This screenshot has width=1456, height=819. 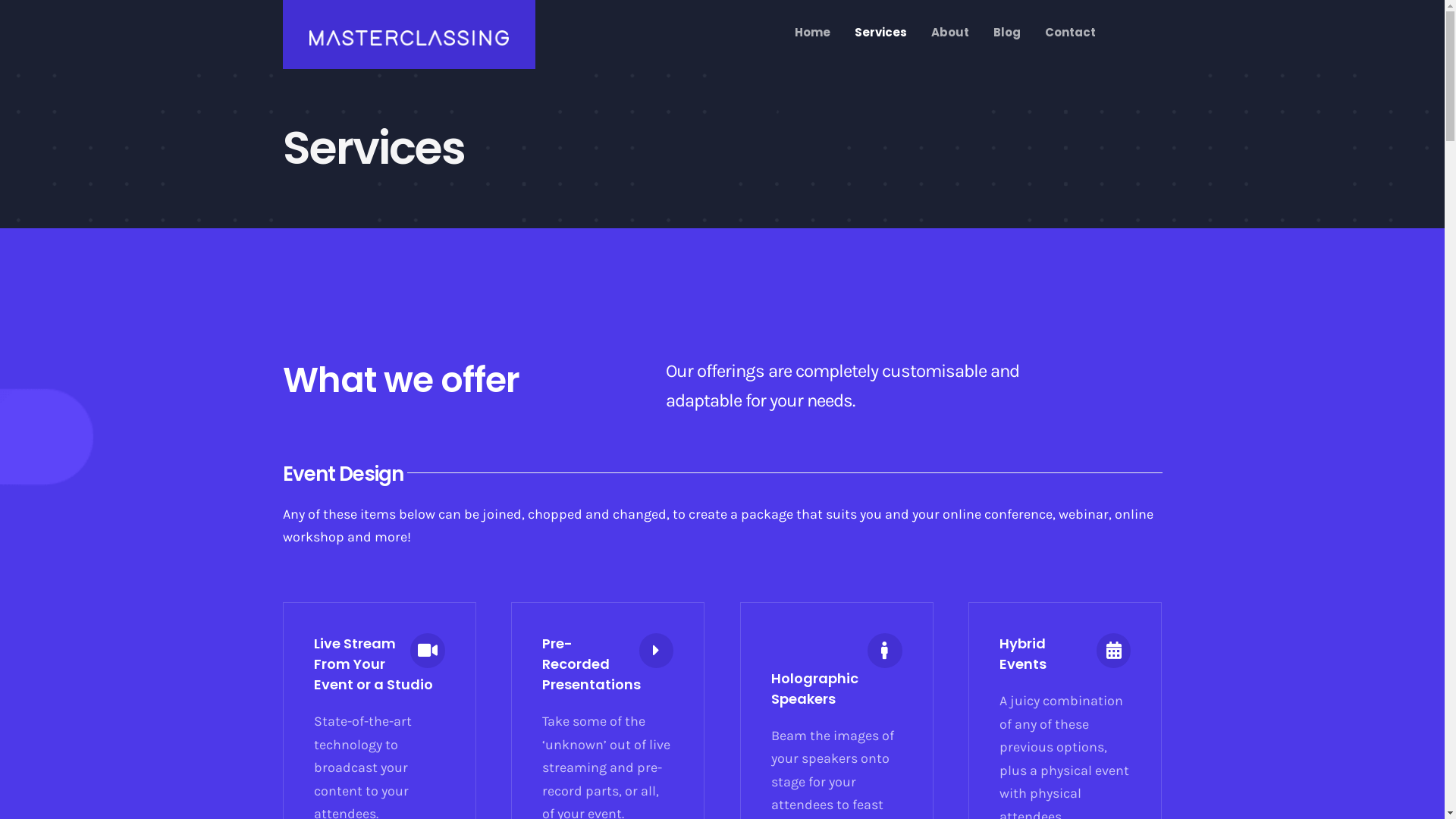 I want to click on 'Home', so click(x=811, y=32).